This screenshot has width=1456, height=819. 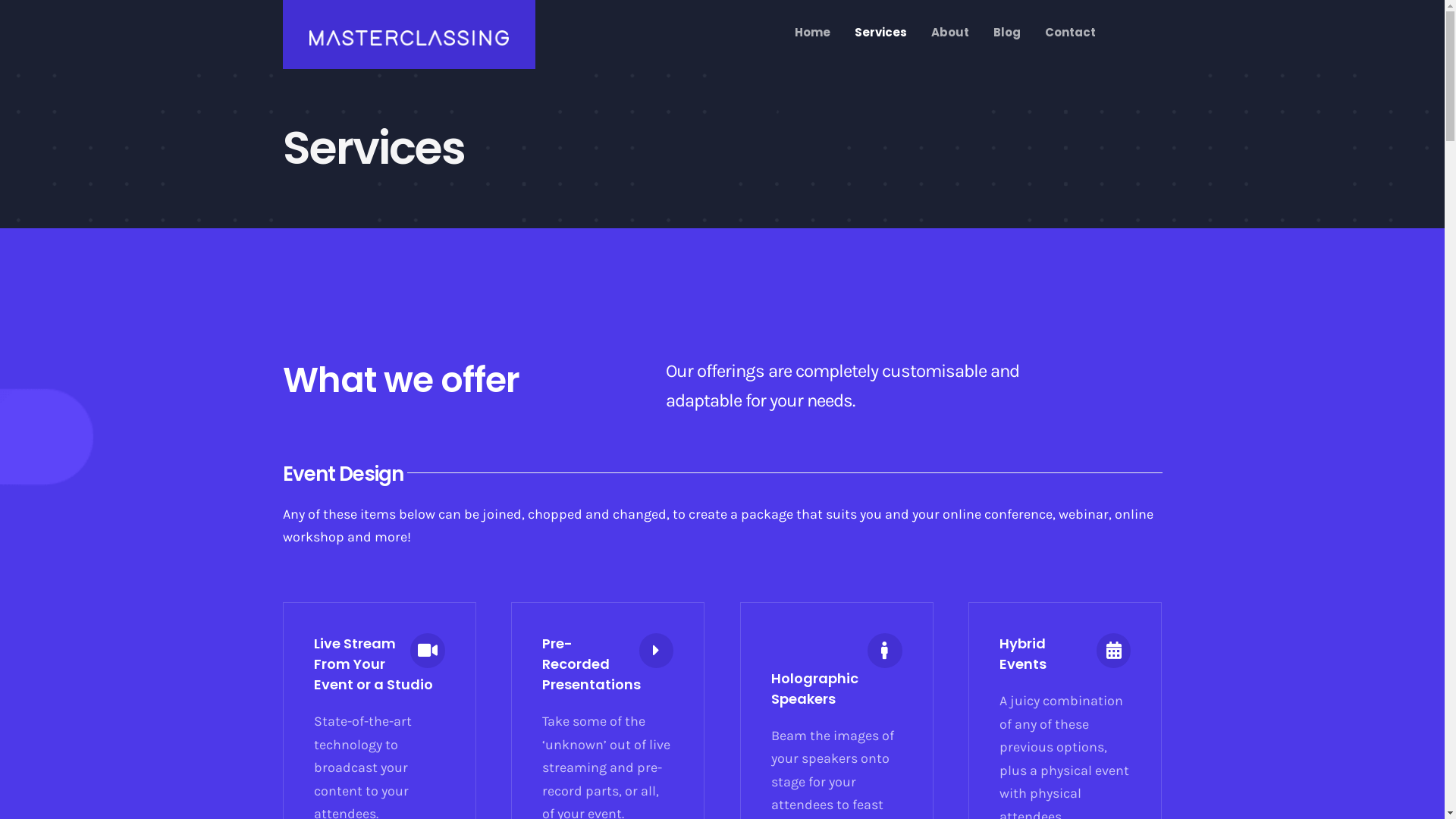 I want to click on 'Home', so click(x=811, y=32).